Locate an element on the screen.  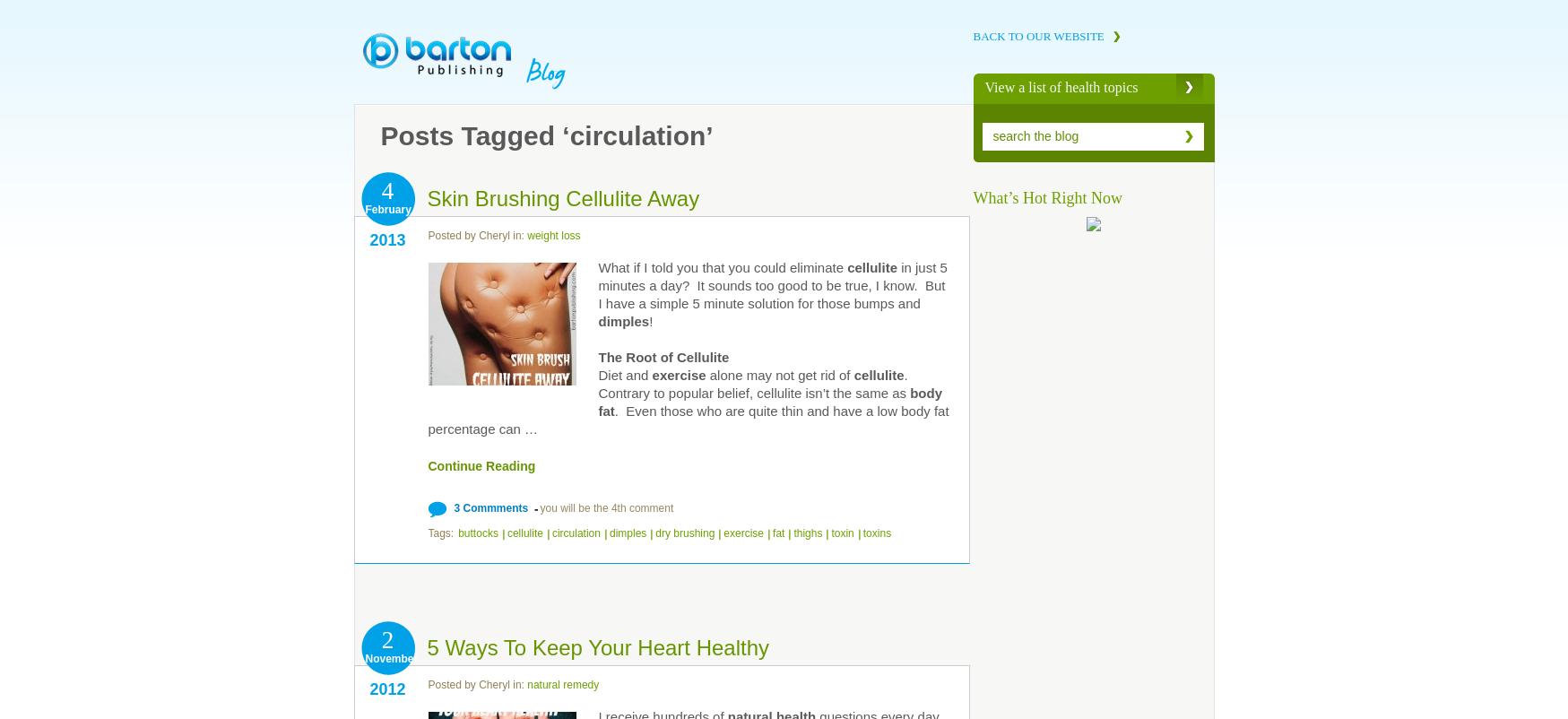
'weight loss' is located at coordinates (553, 235).